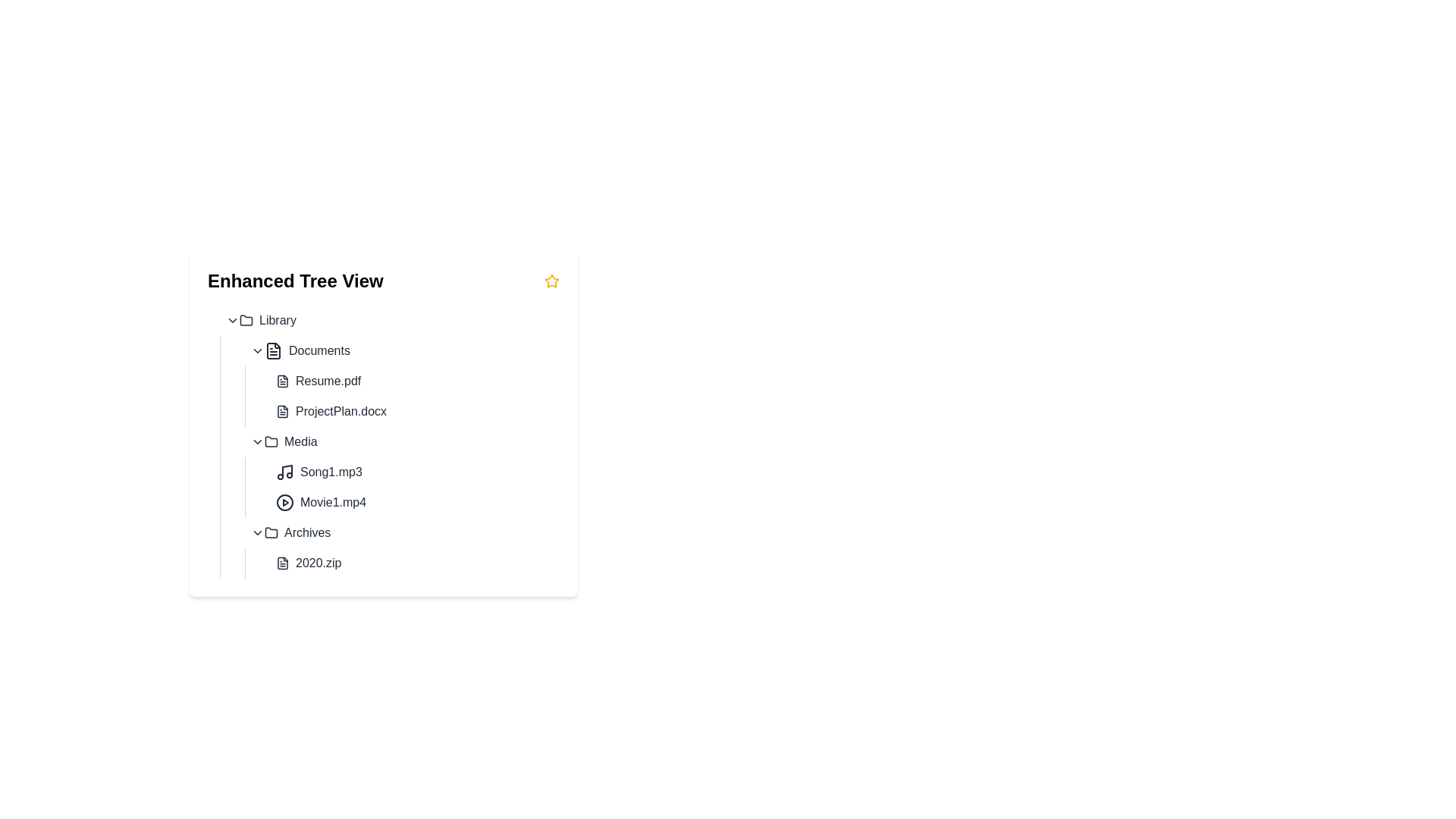 This screenshot has width=1456, height=819. I want to click on the document-like icon with a folded corner representing the file '2020.zip' located under 'Enhanced Tree View' in the 'Archives' section, so click(283, 563).